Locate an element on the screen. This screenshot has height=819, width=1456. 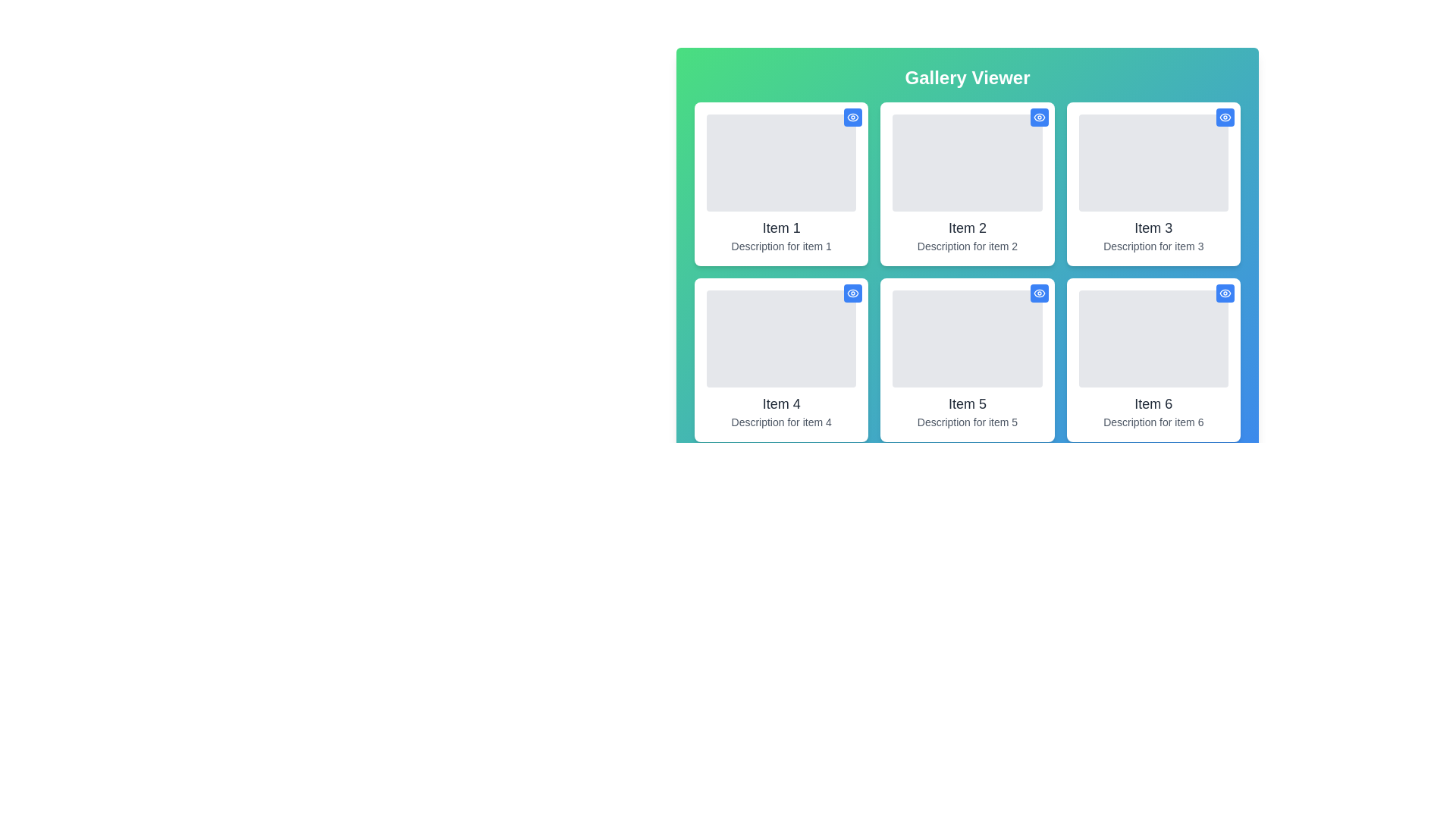
text displayed in the text label that shows 'Item 2', located in the second row and second column of the grid layout, below the image placeholder and above the description text is located at coordinates (967, 227).